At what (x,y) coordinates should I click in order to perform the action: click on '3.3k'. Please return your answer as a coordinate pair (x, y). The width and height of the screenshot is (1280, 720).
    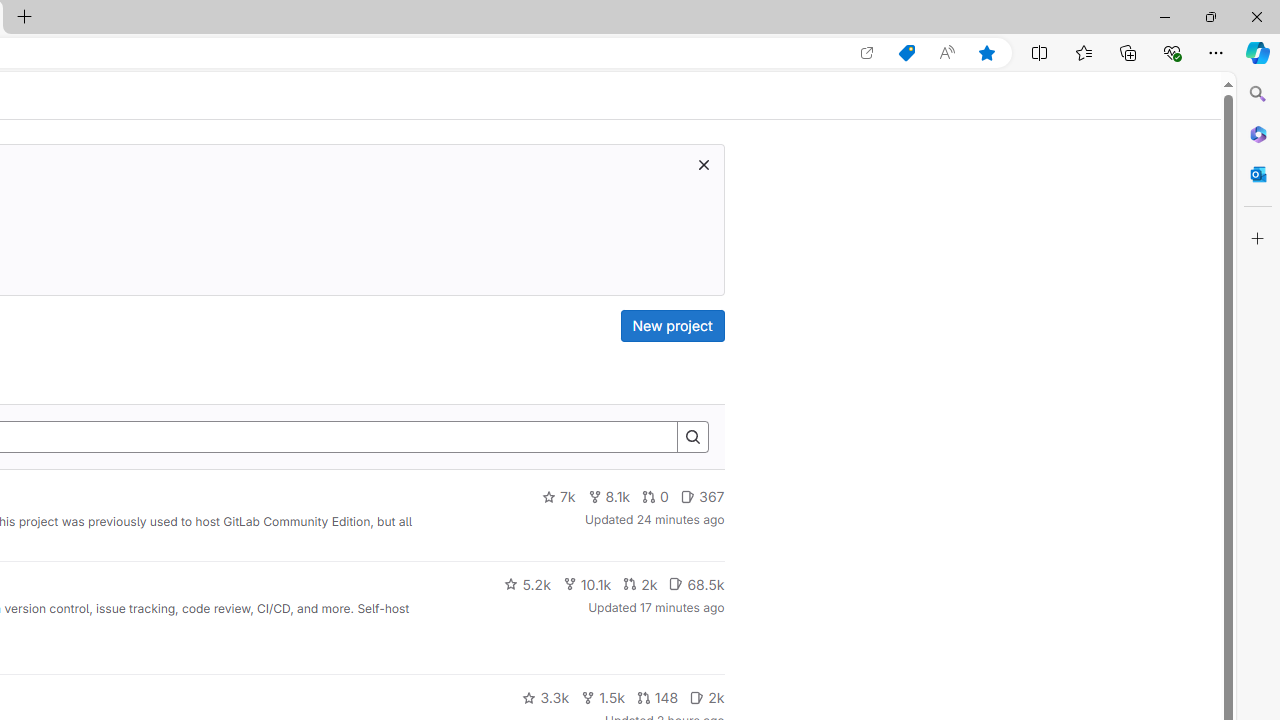
    Looking at the image, I should click on (545, 697).